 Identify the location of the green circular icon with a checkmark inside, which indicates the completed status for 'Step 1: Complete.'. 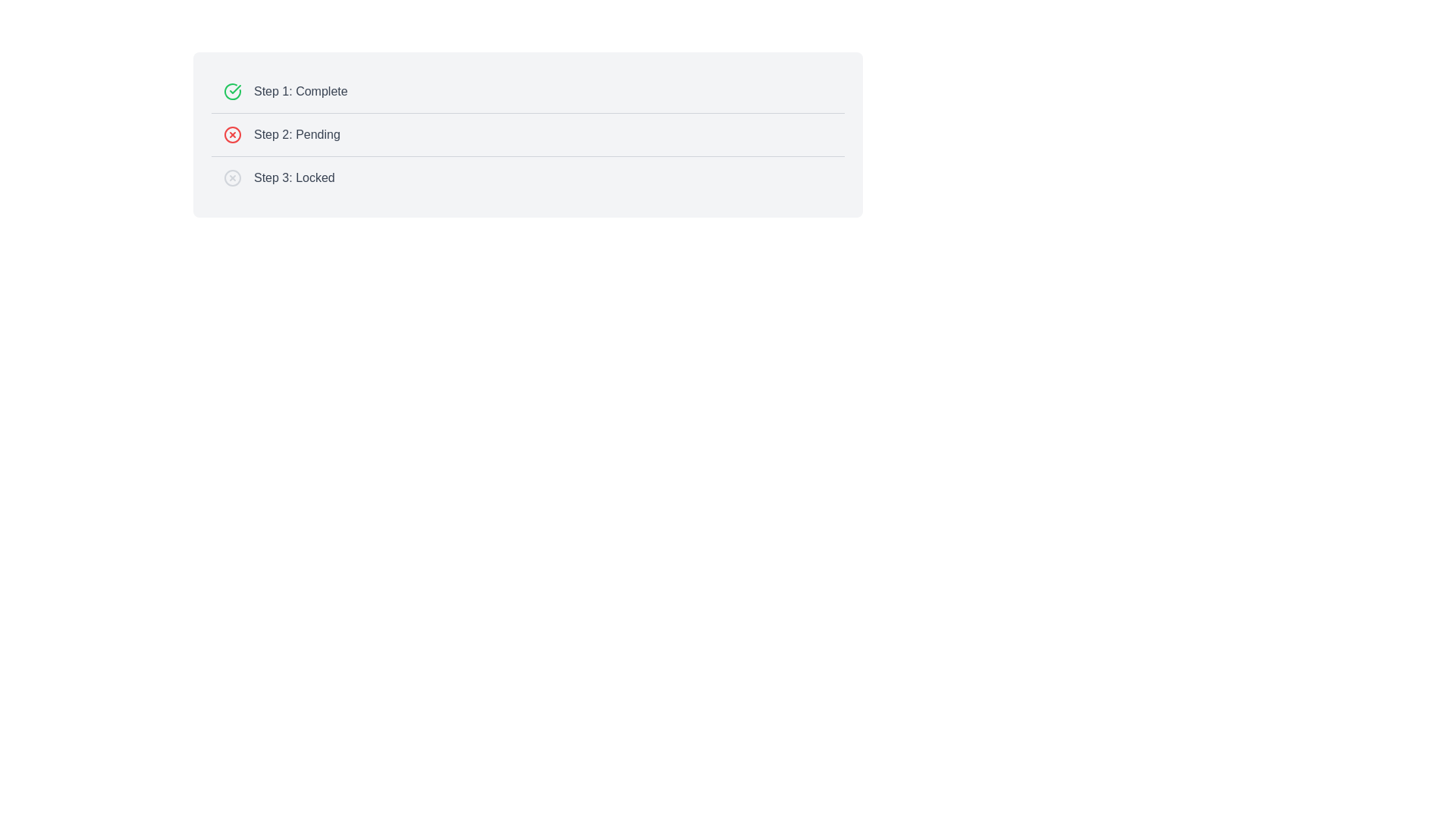
(232, 91).